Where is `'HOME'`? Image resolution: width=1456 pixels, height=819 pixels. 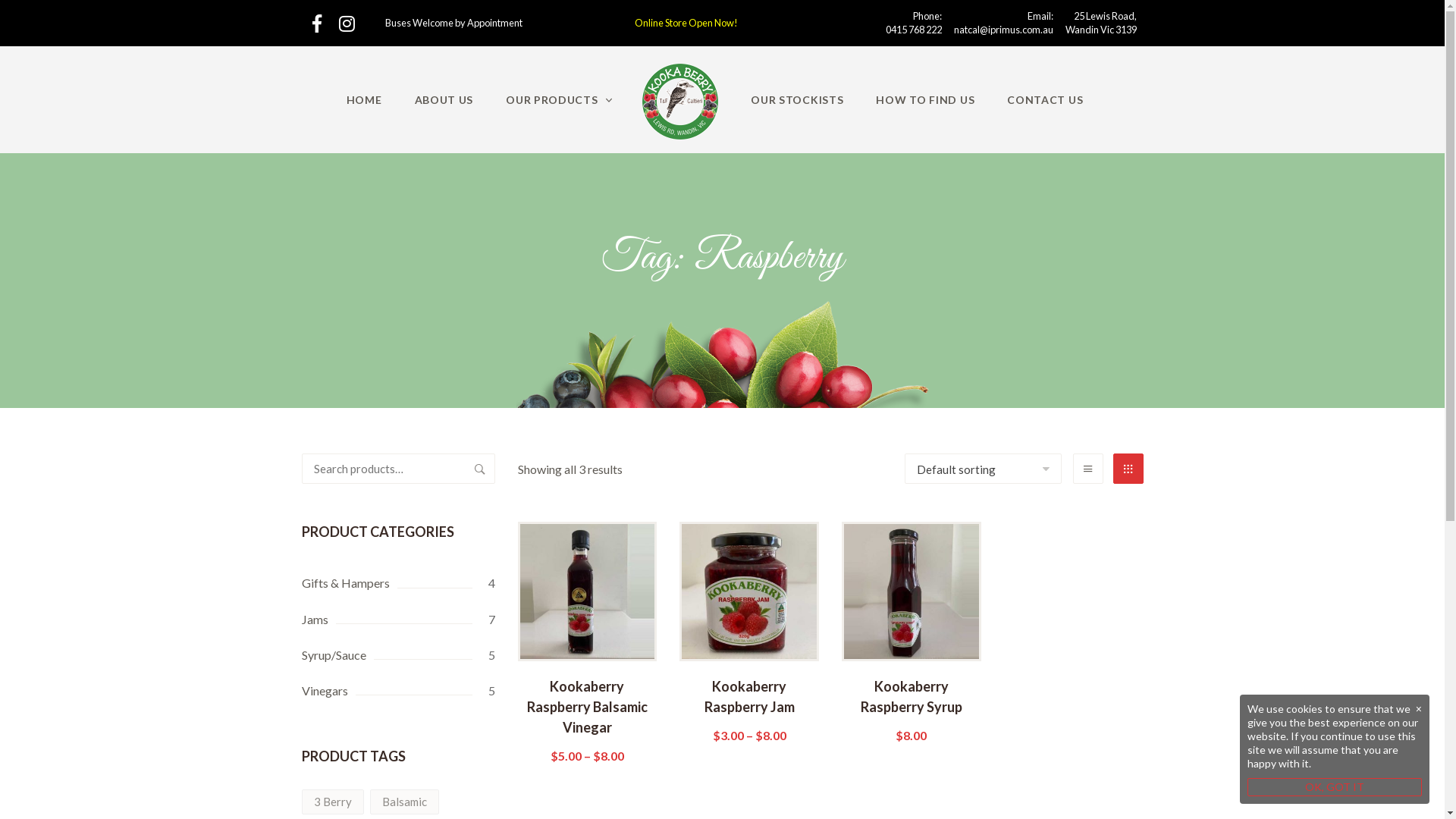 'HOME' is located at coordinates (364, 99).